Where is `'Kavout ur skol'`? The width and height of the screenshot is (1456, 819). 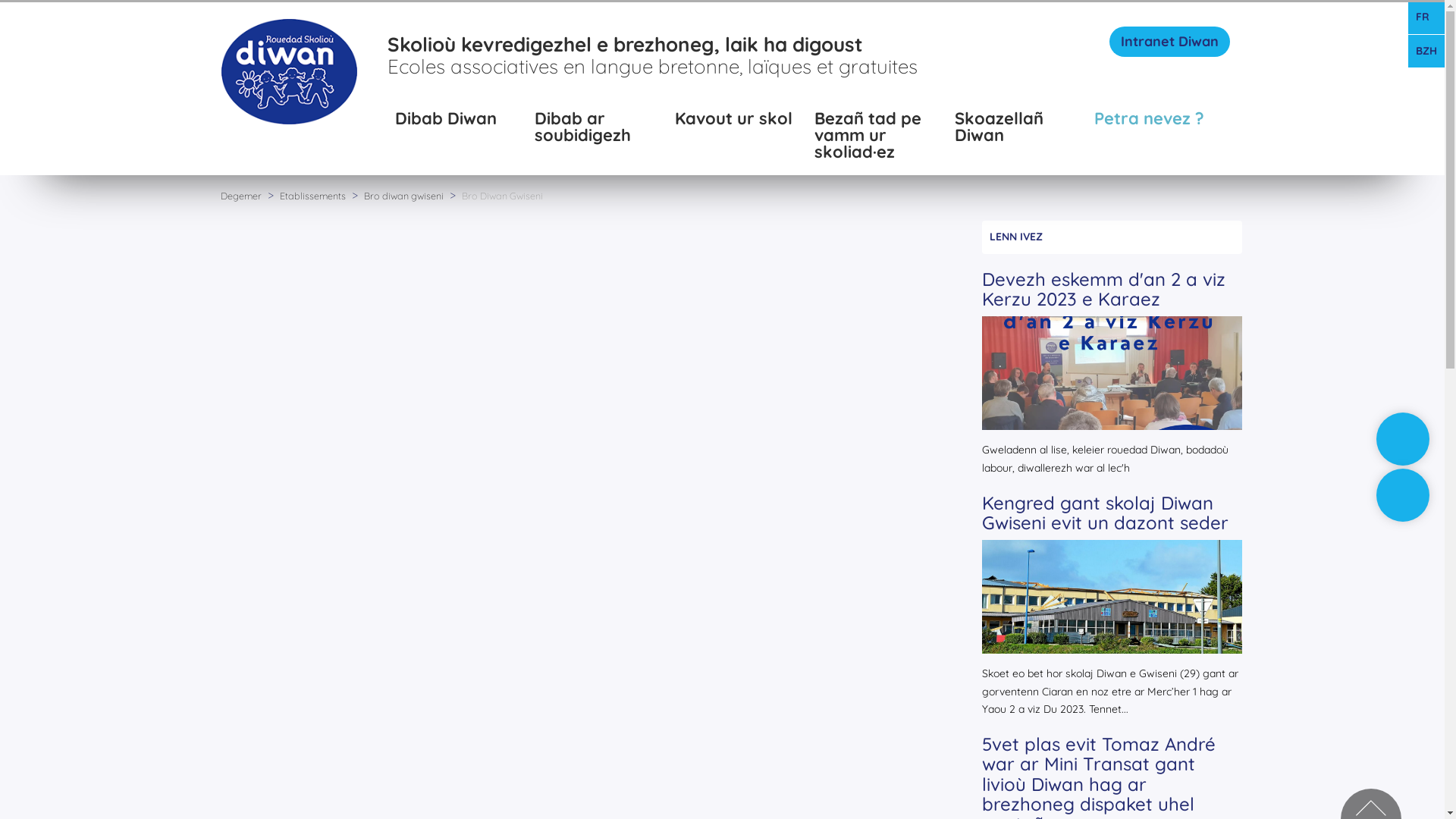 'Kavout ur skol' is located at coordinates (737, 127).